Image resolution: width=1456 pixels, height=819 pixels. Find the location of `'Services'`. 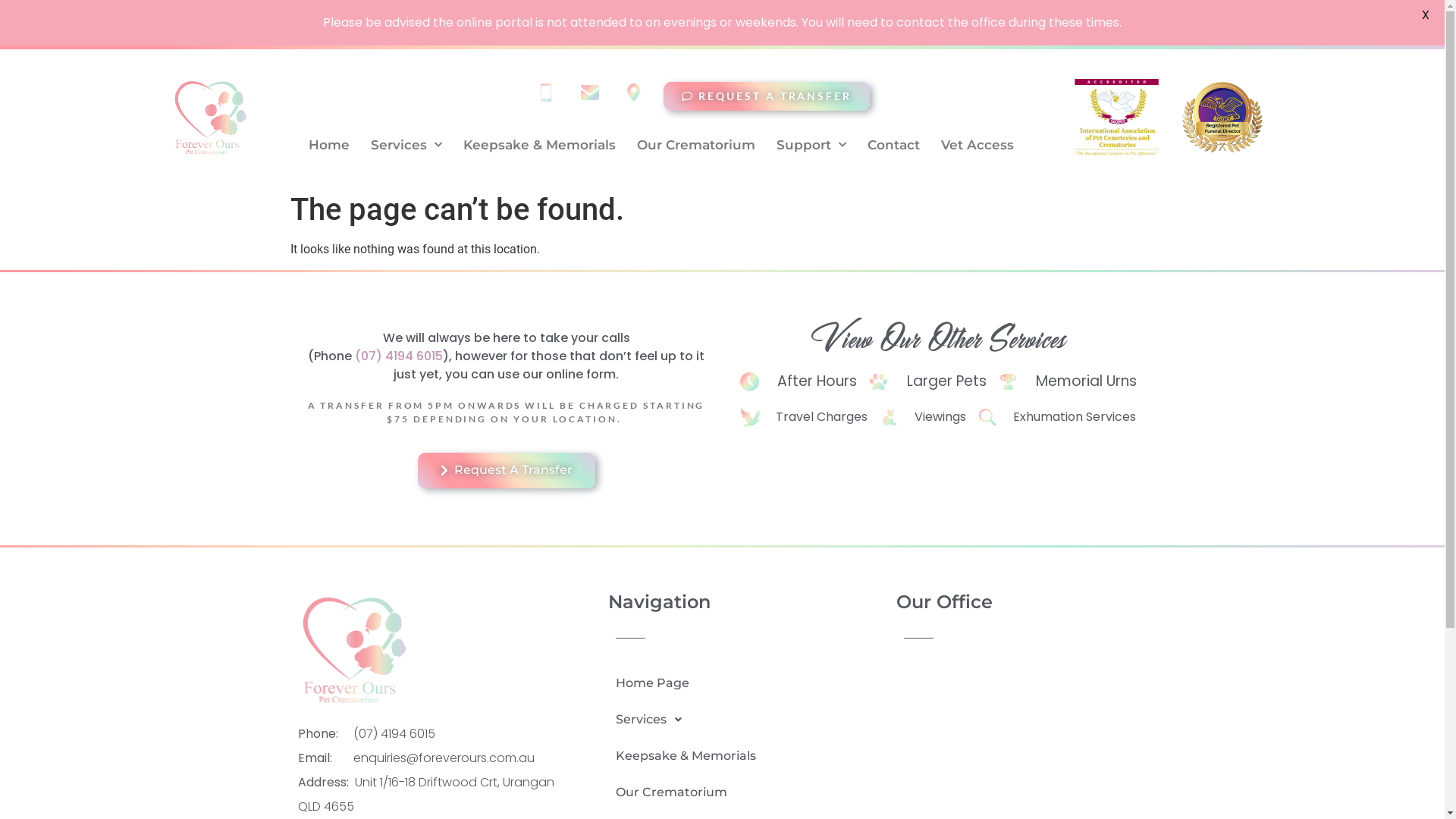

'Services' is located at coordinates (685, 718).